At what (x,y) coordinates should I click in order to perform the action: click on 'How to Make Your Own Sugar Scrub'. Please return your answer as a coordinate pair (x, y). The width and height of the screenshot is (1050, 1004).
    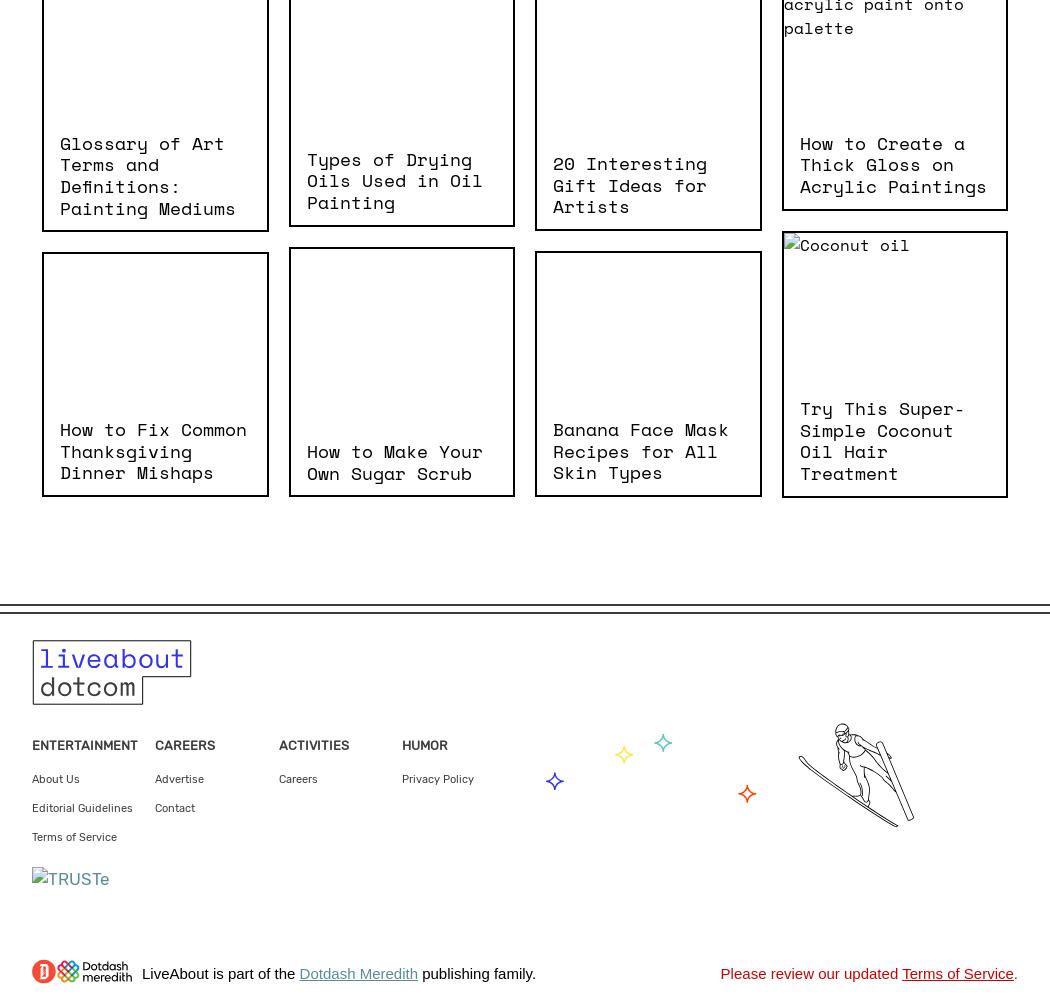
    Looking at the image, I should click on (393, 460).